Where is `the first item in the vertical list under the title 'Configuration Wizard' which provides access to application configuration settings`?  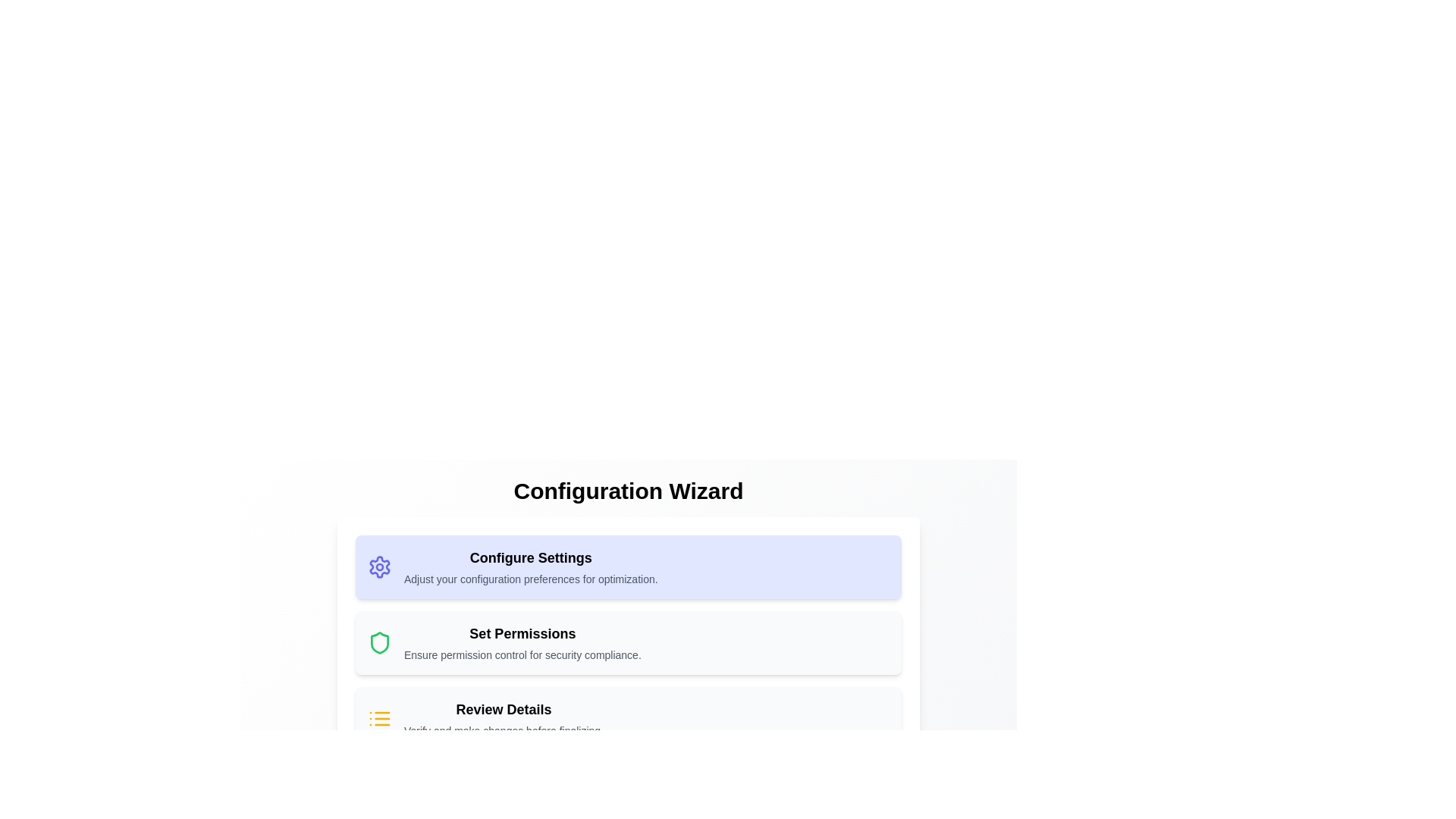 the first item in the vertical list under the title 'Configuration Wizard' which provides access to application configuration settings is located at coordinates (629, 567).